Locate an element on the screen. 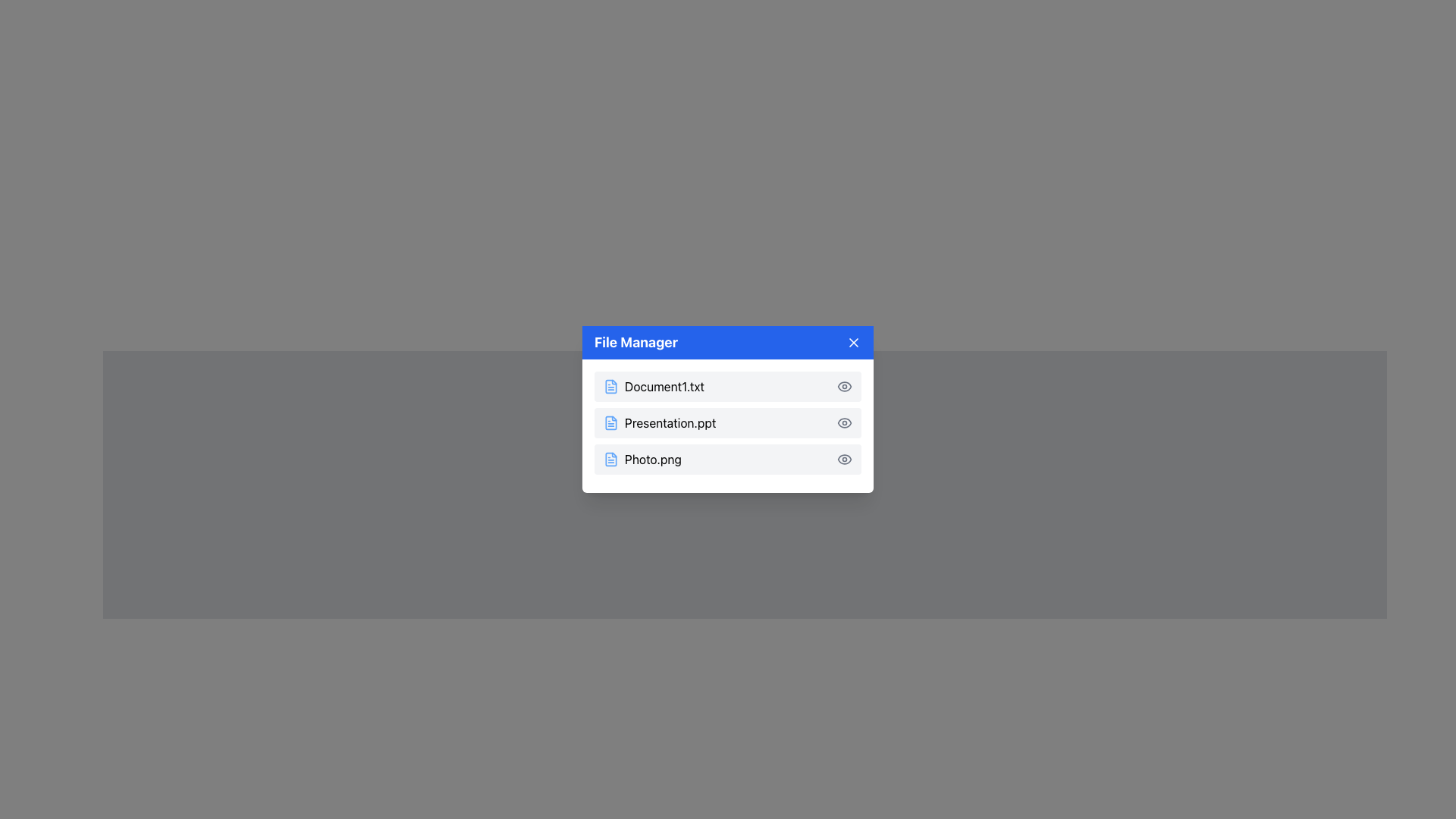 Image resolution: width=1456 pixels, height=819 pixels. the text label 'Presentation.ppt' is located at coordinates (670, 423).